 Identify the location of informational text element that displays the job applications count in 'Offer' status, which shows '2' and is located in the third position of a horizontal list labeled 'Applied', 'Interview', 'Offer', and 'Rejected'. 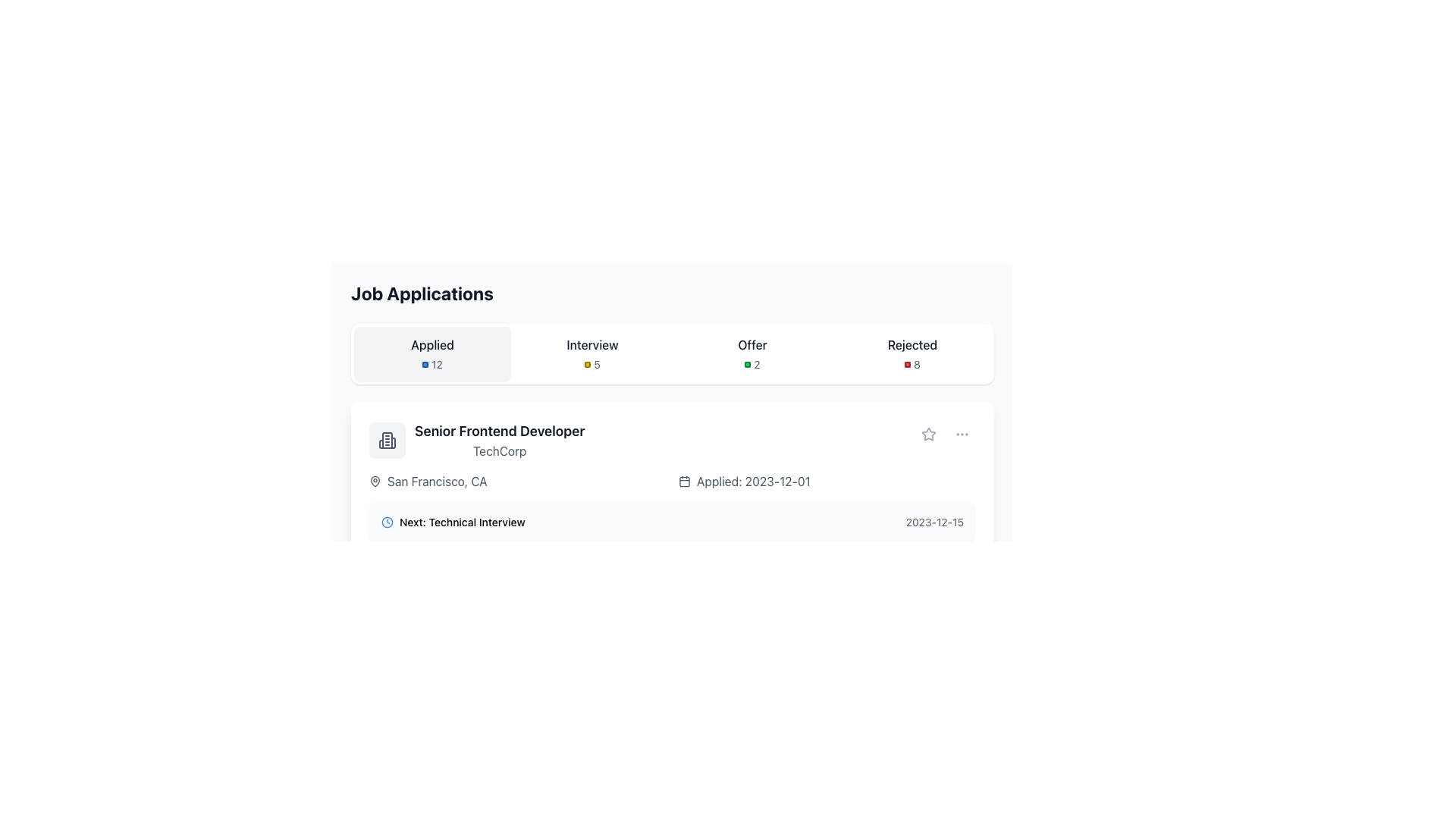
(752, 353).